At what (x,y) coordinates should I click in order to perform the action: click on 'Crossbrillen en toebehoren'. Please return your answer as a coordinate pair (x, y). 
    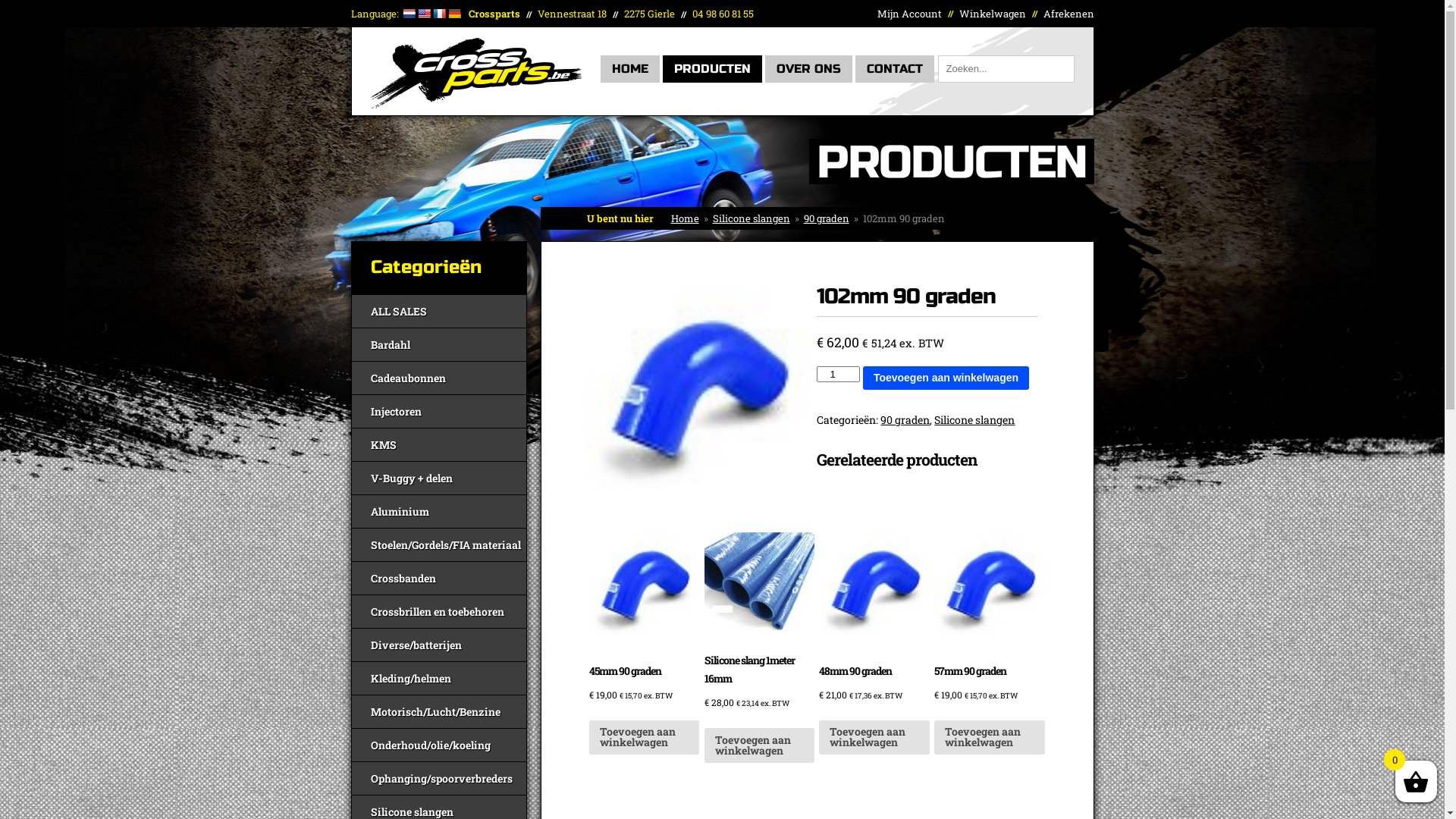
    Looking at the image, I should click on (438, 610).